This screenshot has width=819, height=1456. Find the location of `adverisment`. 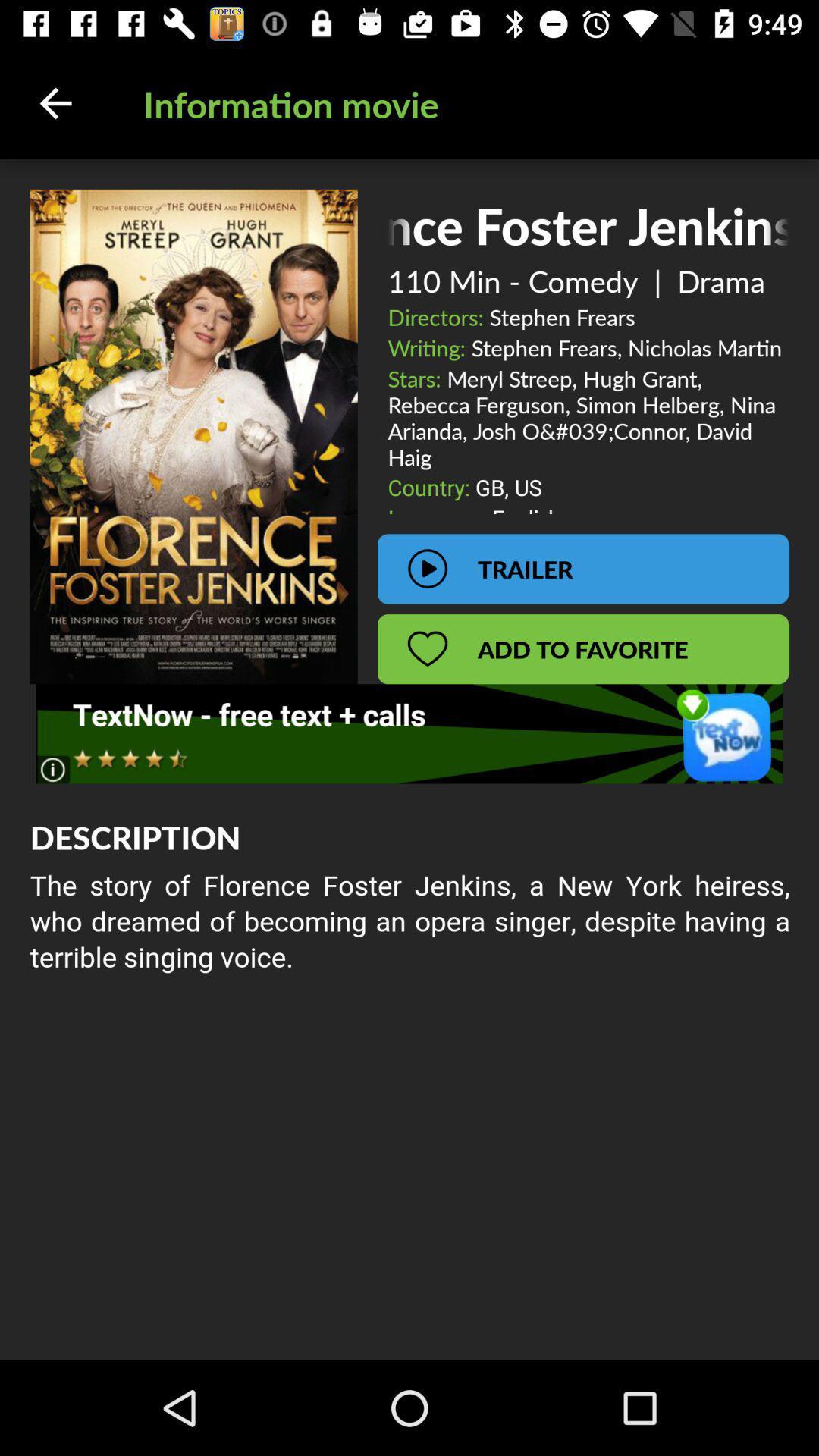

adverisment is located at coordinates (408, 733).